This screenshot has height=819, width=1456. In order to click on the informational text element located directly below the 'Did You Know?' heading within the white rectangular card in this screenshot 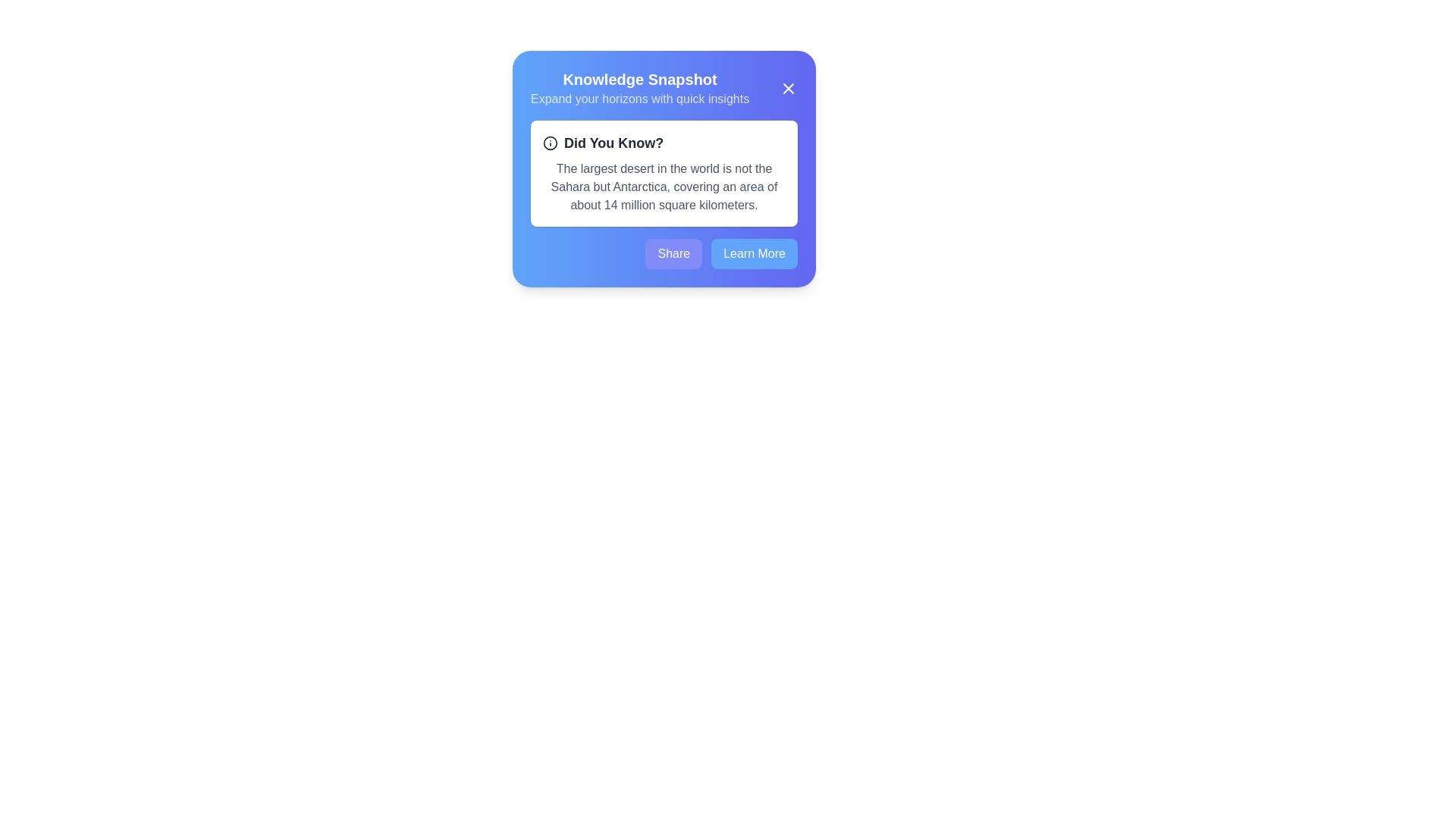, I will do `click(664, 186)`.